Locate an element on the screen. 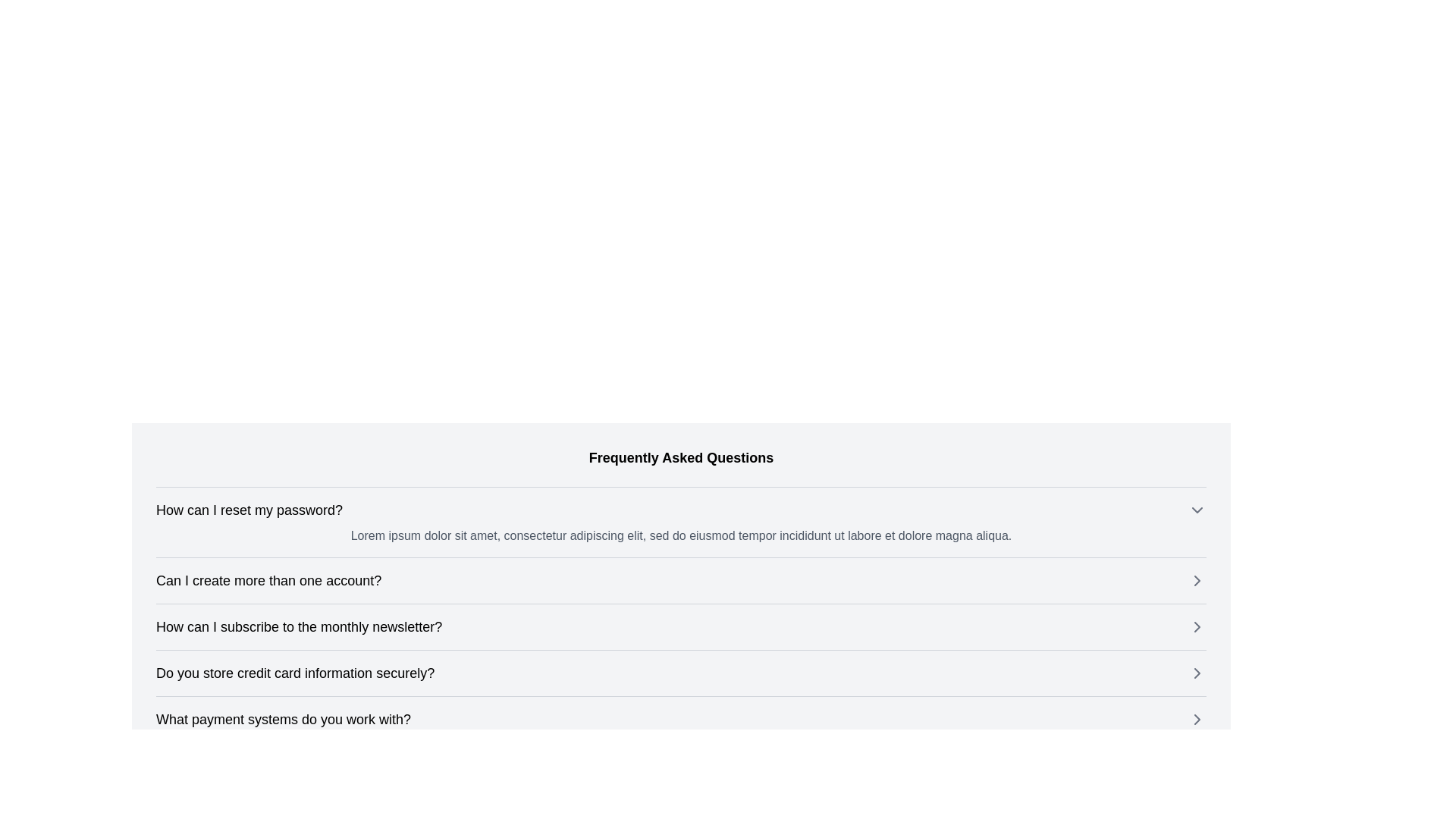  the chevron-down icon located at the far right of the row containing the text 'How can I reset my password?' is located at coordinates (1197, 510).